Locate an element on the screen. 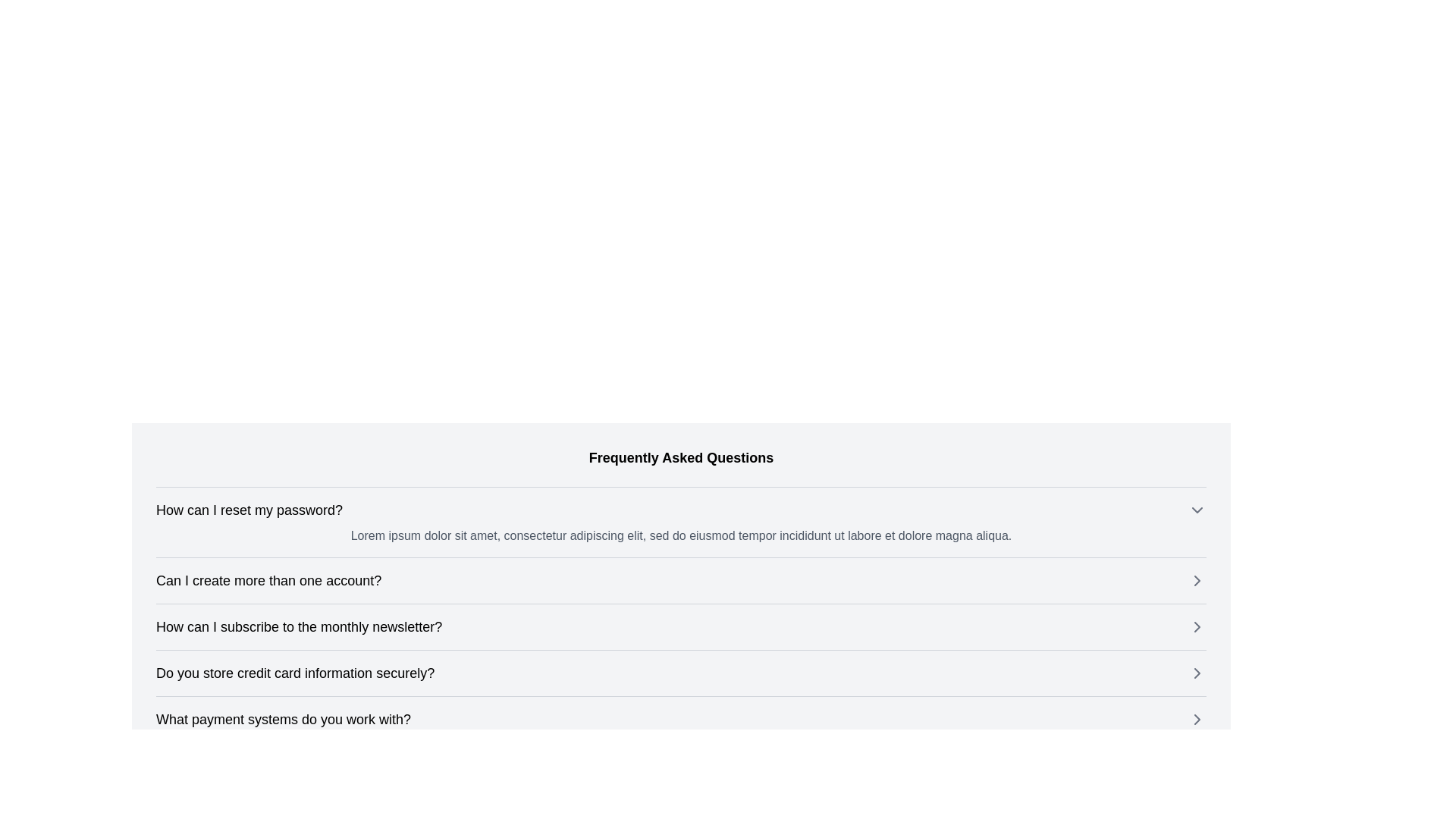  the chevron-down icon located at the far right of the row containing the text 'How can I reset my password?' is located at coordinates (1197, 510).